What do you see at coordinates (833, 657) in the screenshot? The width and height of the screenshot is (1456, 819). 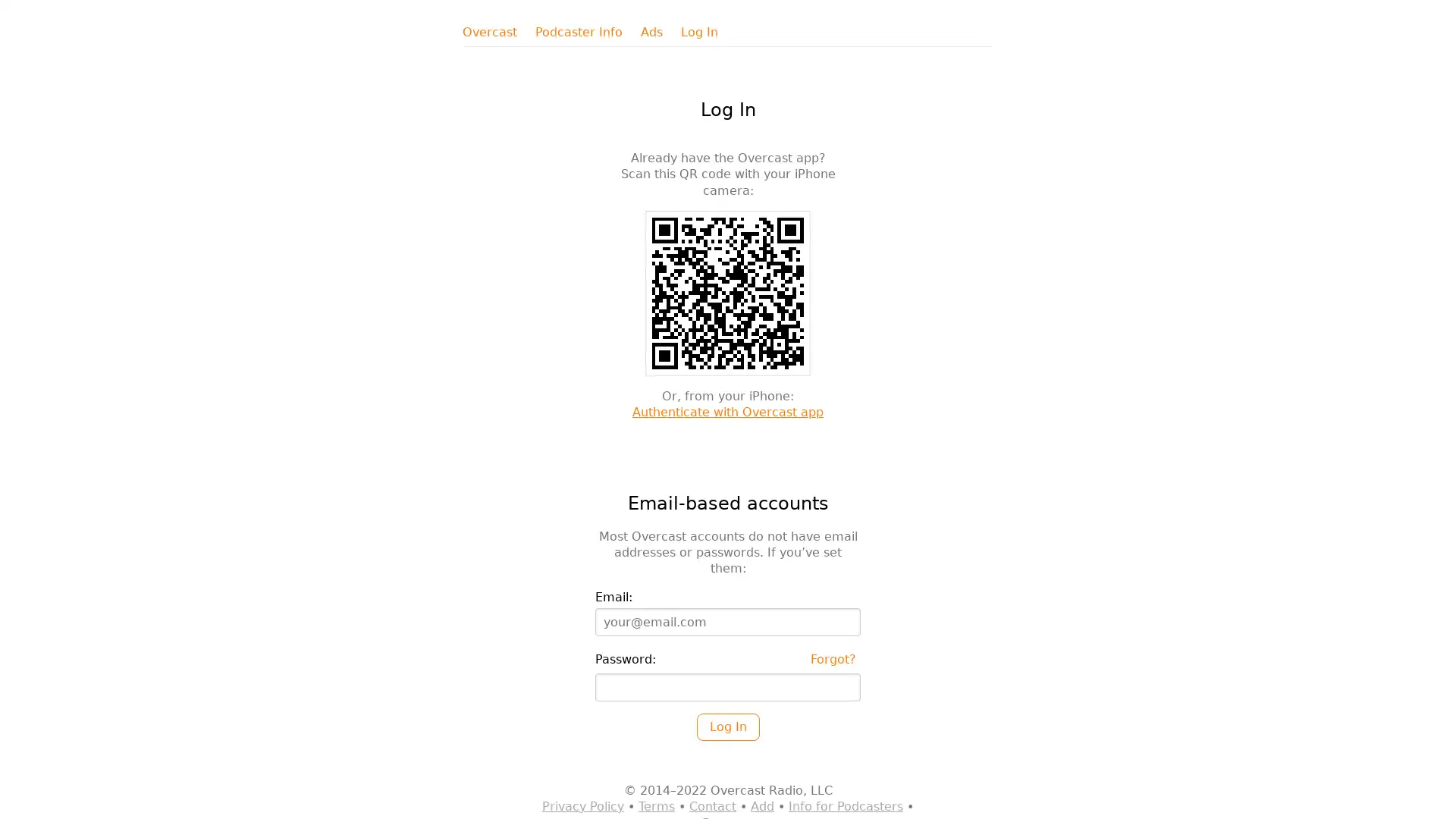 I see `Forgot?` at bounding box center [833, 657].